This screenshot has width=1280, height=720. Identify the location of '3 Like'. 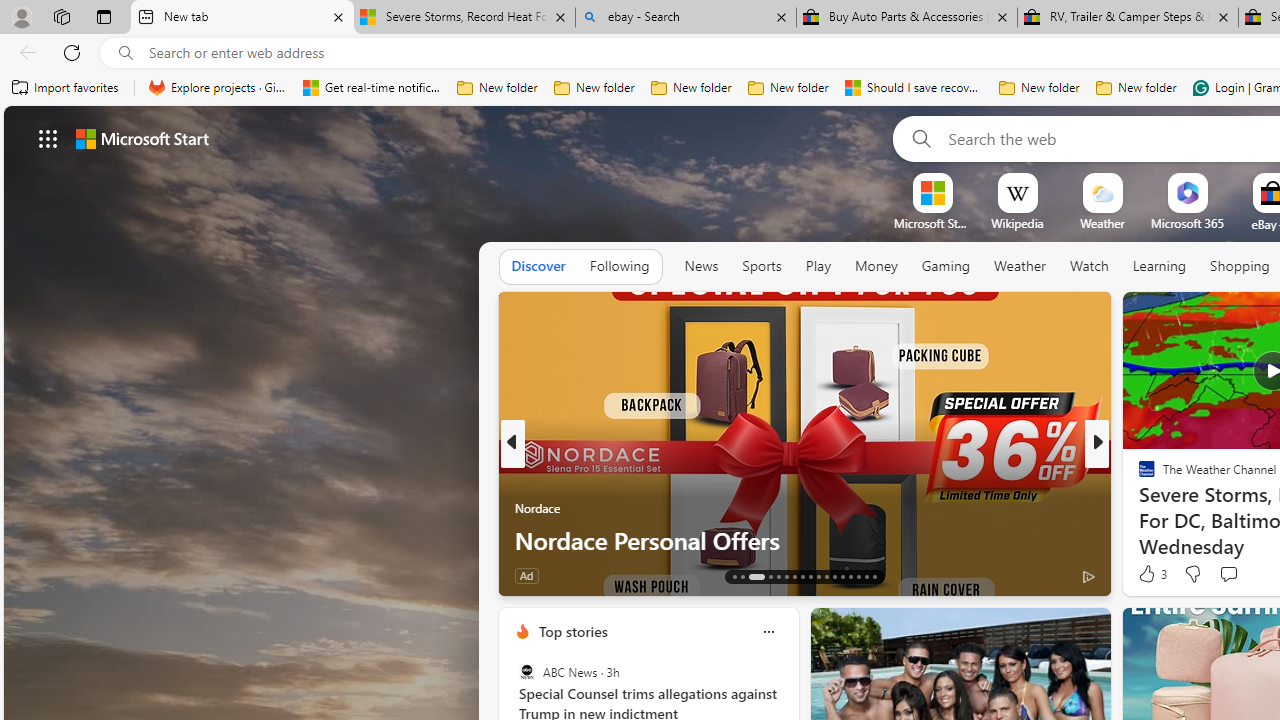
(1151, 574).